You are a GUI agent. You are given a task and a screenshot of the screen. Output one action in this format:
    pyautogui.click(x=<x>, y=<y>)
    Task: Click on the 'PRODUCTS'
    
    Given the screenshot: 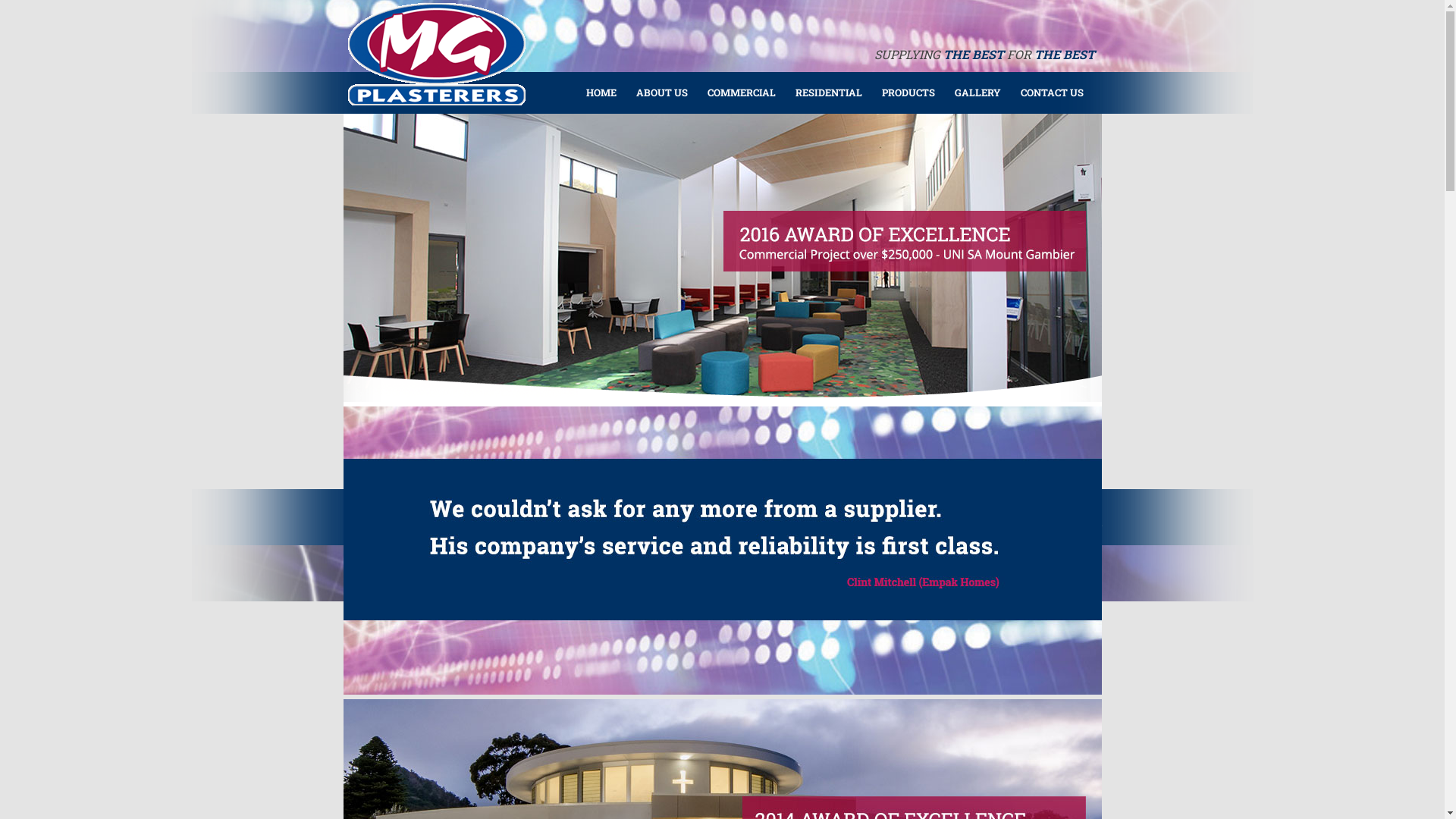 What is the action you would take?
    pyautogui.click(x=906, y=90)
    